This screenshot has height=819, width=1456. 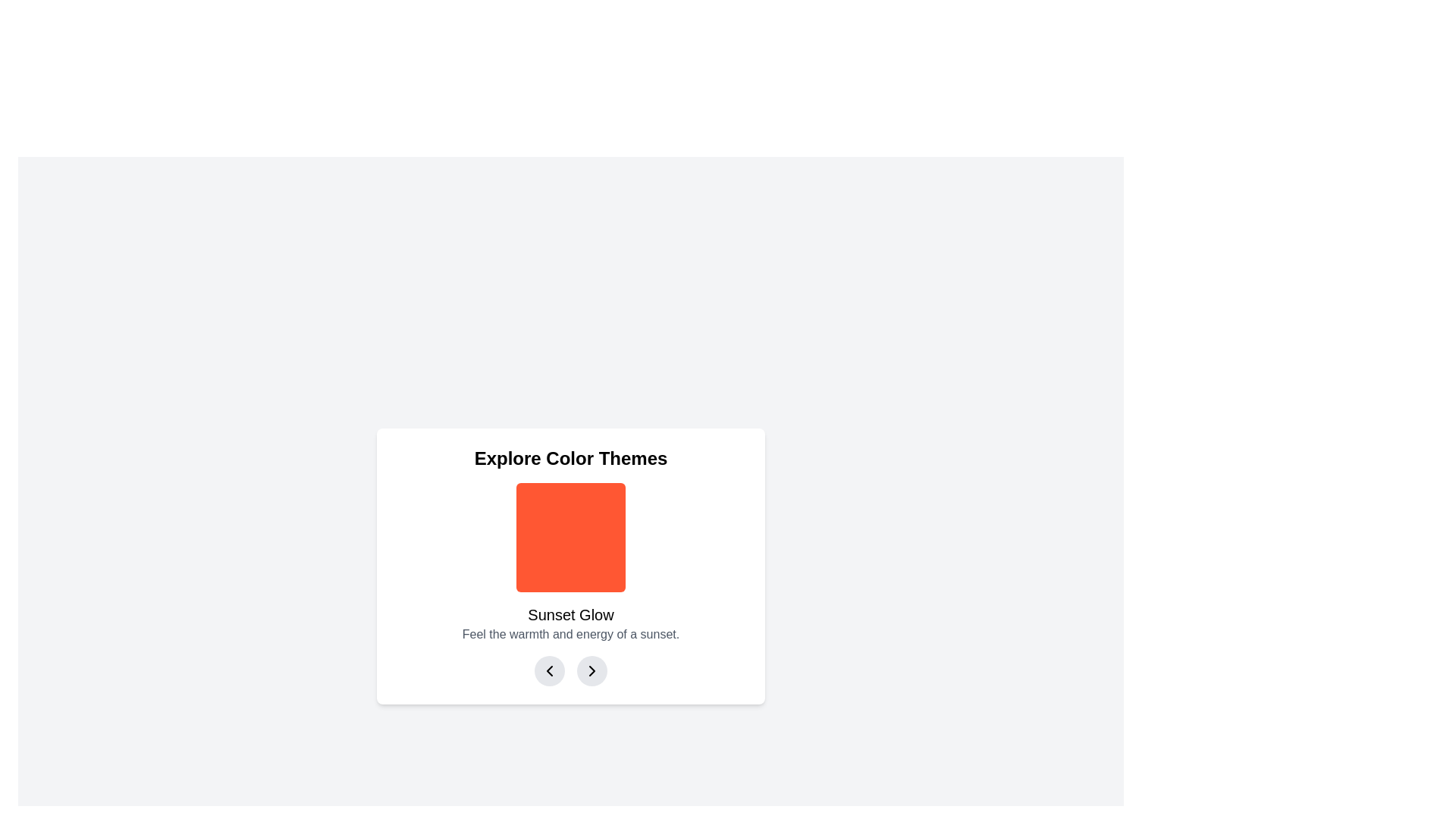 I want to click on the left-pointing SVG icon located at the lower center of the interface, so click(x=548, y=670).